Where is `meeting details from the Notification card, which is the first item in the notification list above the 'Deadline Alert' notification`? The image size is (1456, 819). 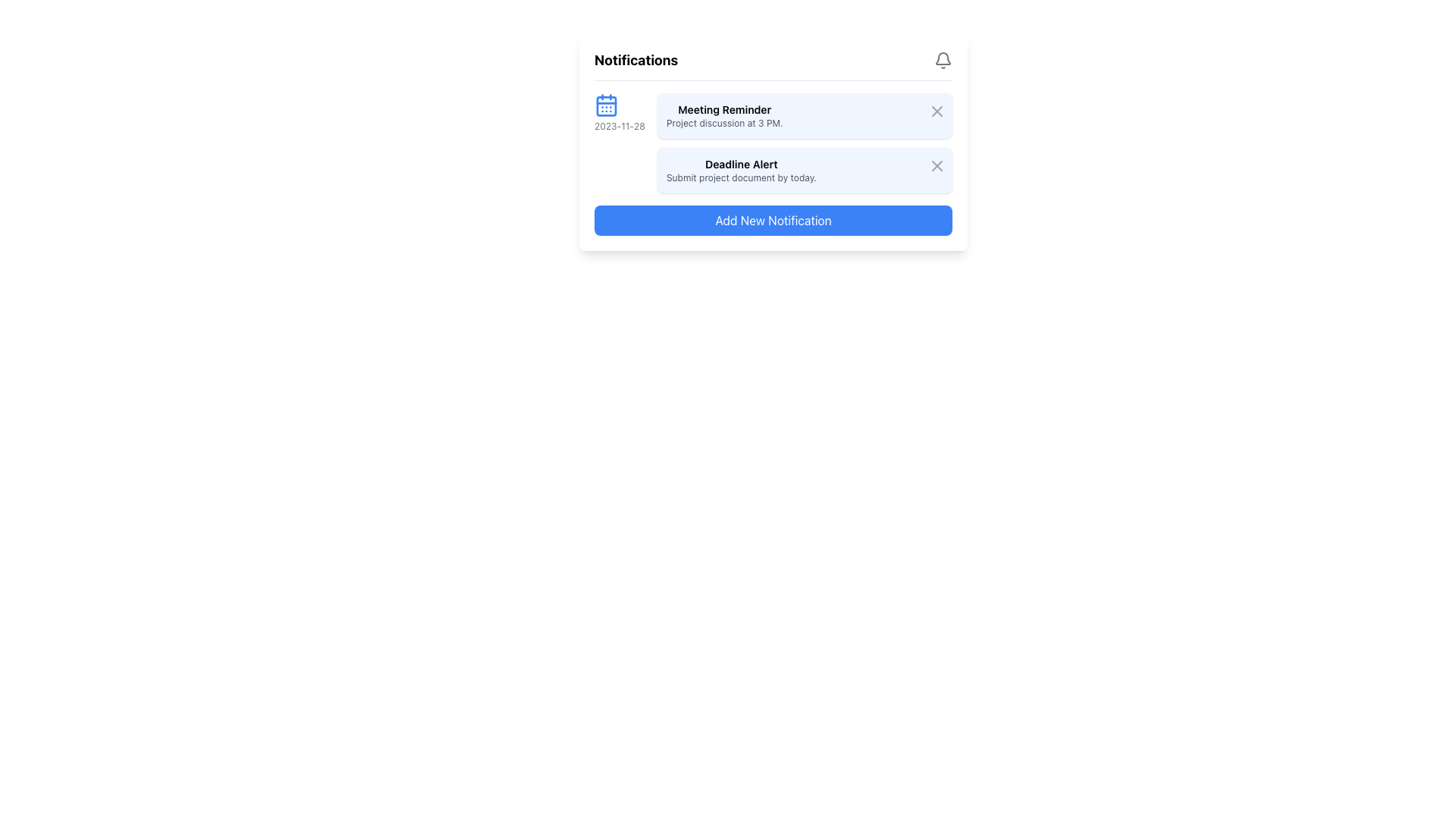 meeting details from the Notification card, which is the first item in the notification list above the 'Deadline Alert' notification is located at coordinates (804, 115).